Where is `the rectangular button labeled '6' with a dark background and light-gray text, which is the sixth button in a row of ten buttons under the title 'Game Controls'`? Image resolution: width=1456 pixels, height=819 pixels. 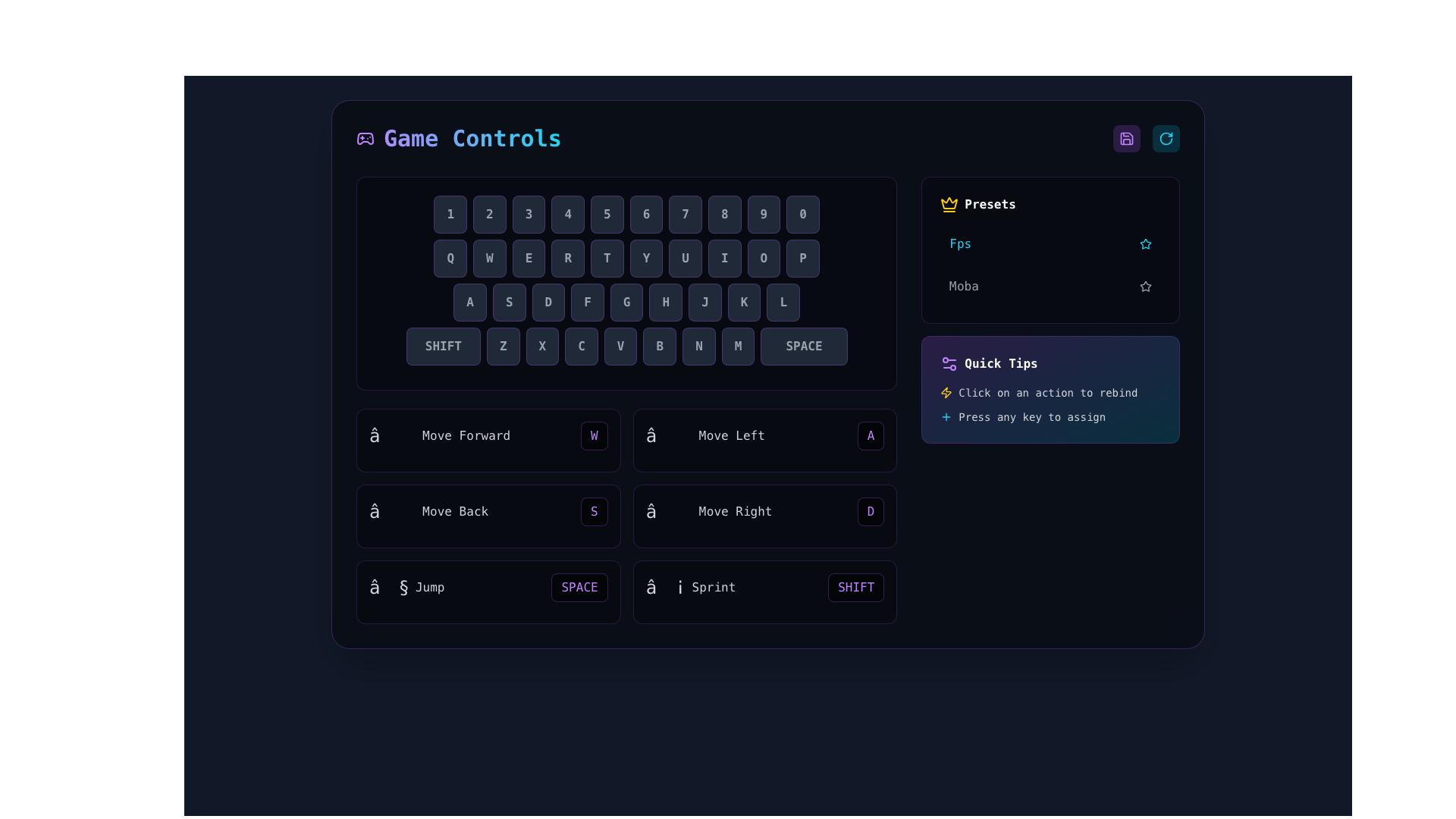 the rectangular button labeled '6' with a dark background and light-gray text, which is the sixth button in a row of ten buttons under the title 'Game Controls' is located at coordinates (646, 214).